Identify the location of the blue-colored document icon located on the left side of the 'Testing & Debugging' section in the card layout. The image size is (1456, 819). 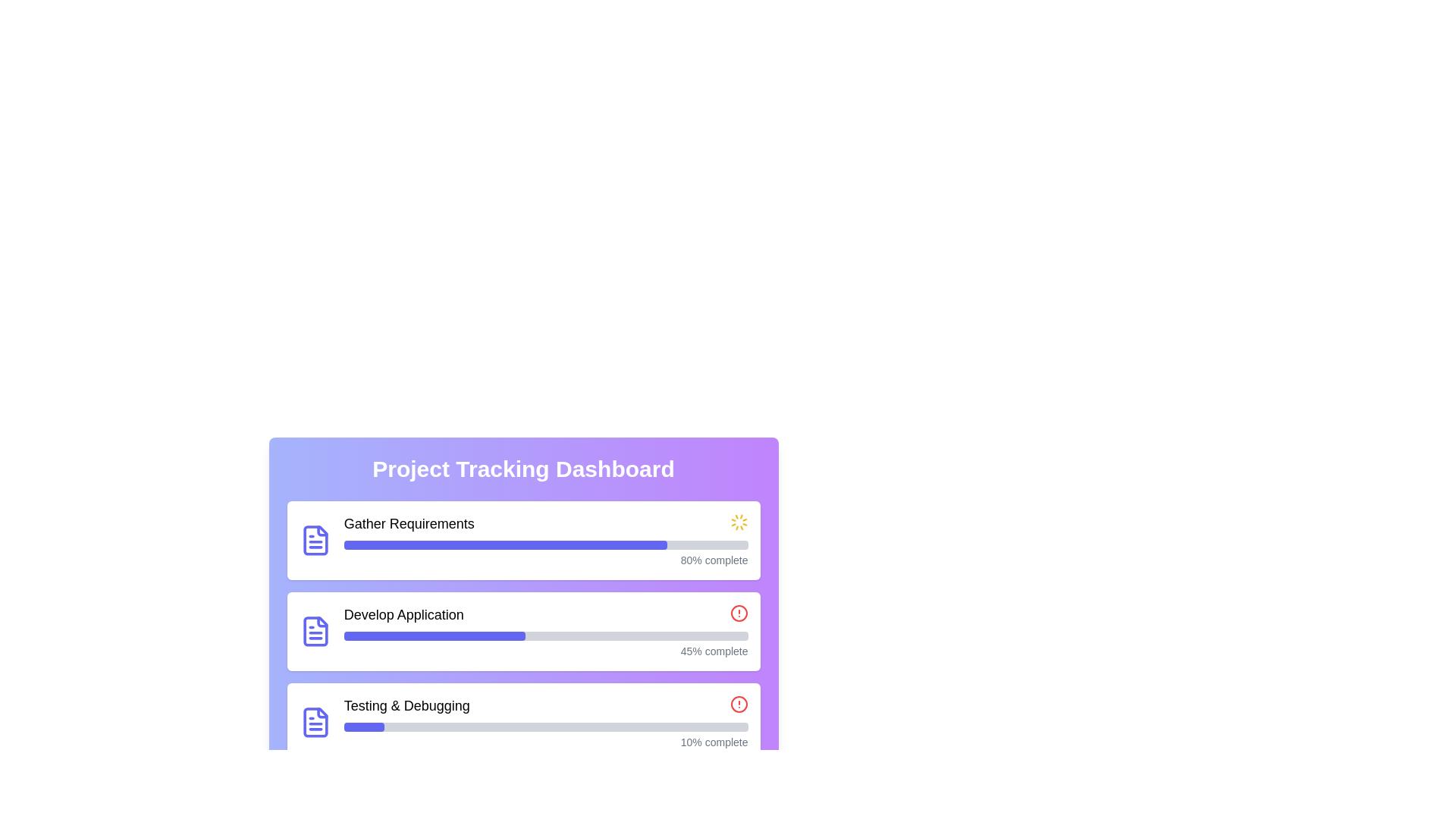
(315, 721).